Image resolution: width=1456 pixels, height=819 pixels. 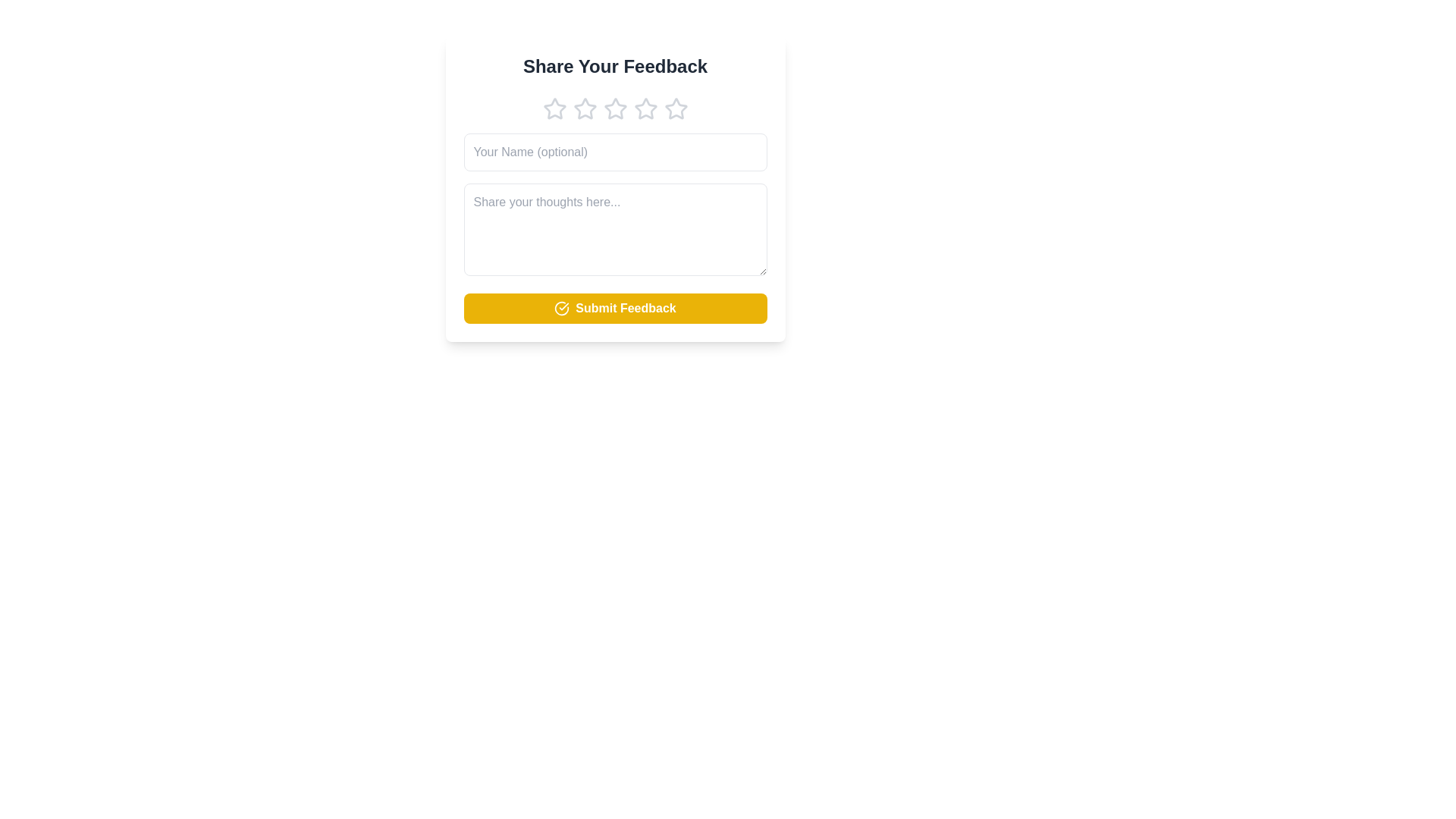 What do you see at coordinates (645, 108) in the screenshot?
I see `the fourth star icon from the left in the row of five rating stars` at bounding box center [645, 108].